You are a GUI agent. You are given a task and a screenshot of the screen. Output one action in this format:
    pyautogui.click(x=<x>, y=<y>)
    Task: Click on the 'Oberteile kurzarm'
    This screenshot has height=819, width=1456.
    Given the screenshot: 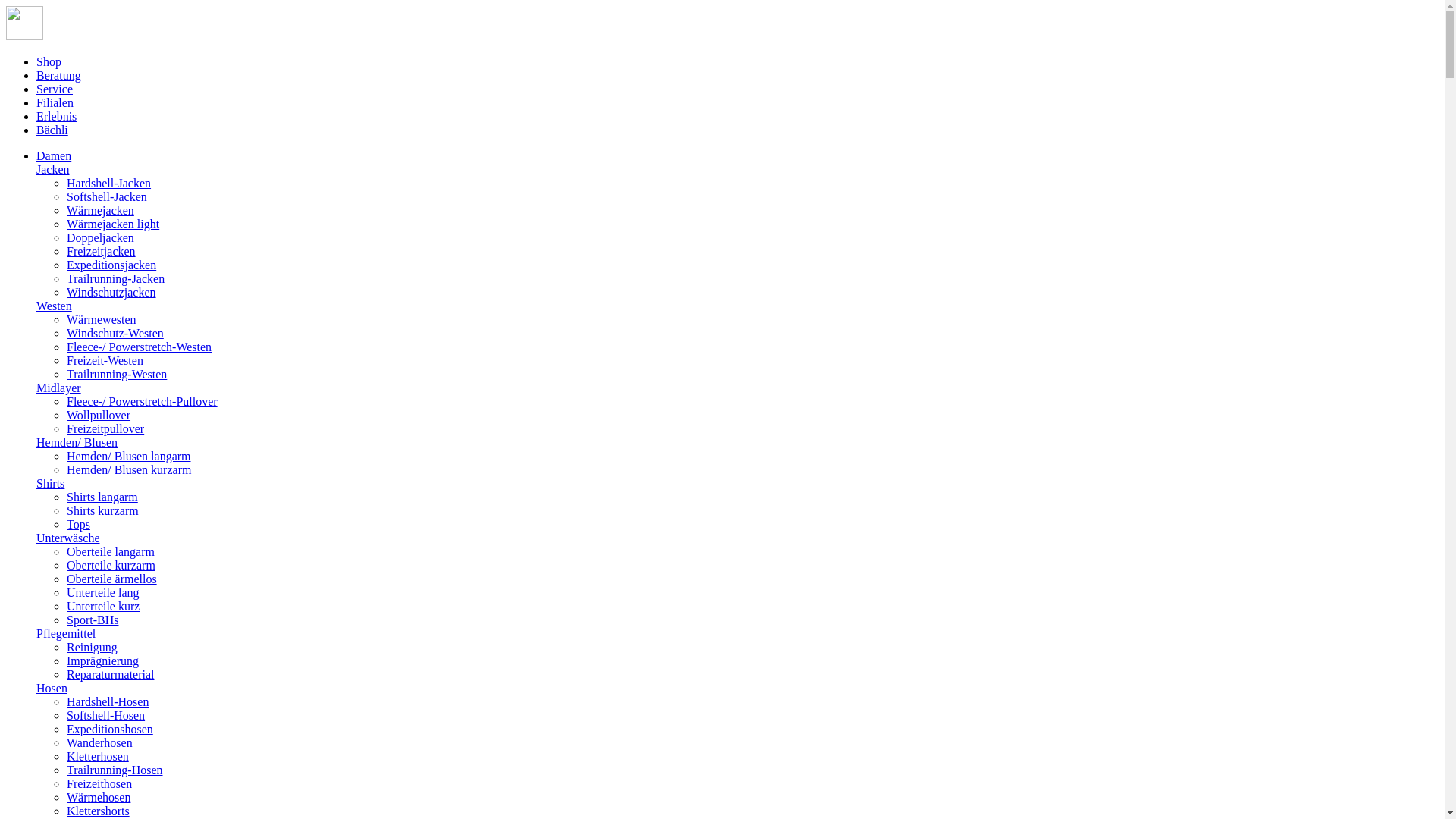 What is the action you would take?
    pyautogui.click(x=110, y=565)
    